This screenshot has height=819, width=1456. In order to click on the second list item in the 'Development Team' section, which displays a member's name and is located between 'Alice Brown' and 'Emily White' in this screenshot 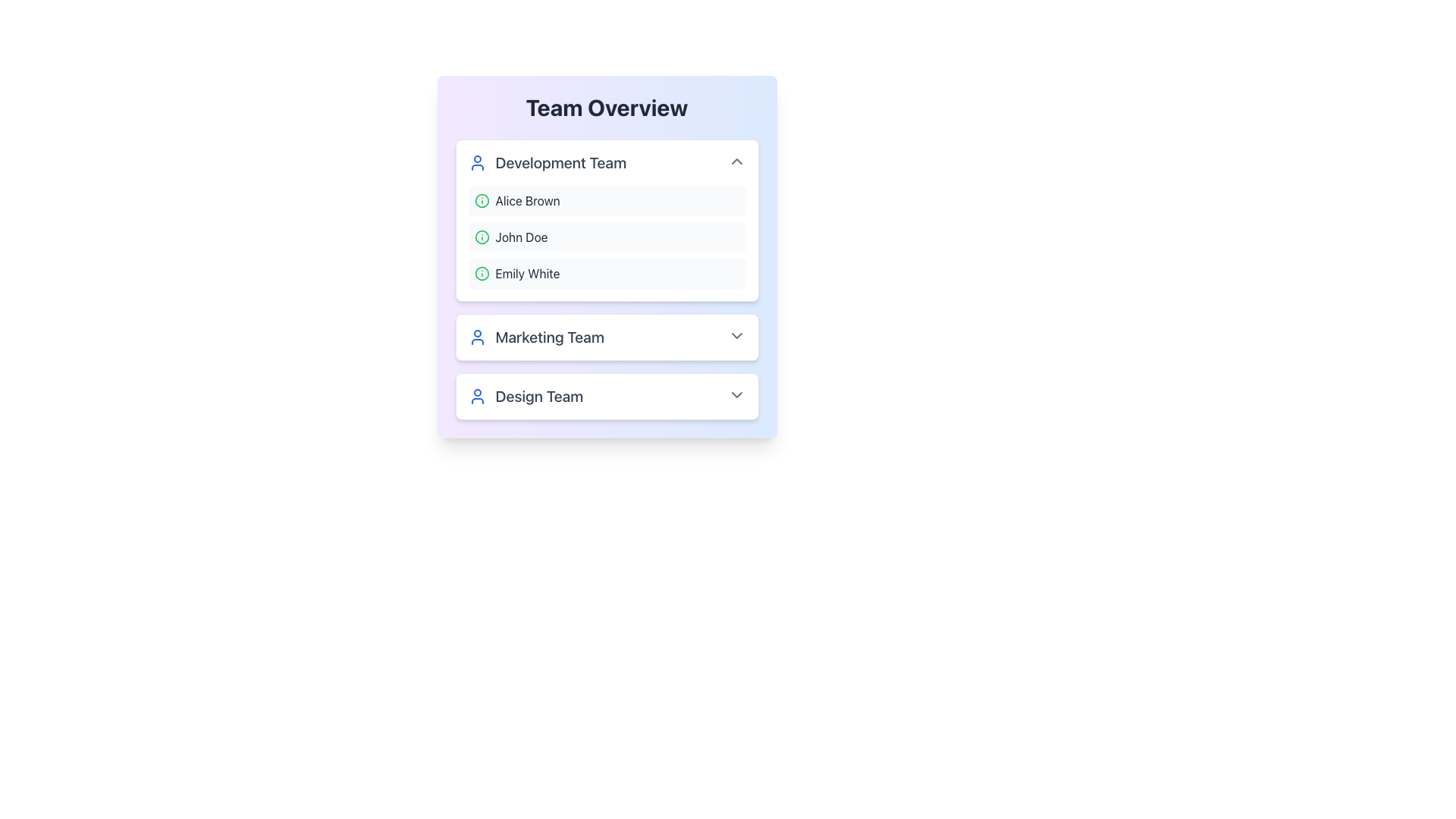, I will do `click(607, 237)`.